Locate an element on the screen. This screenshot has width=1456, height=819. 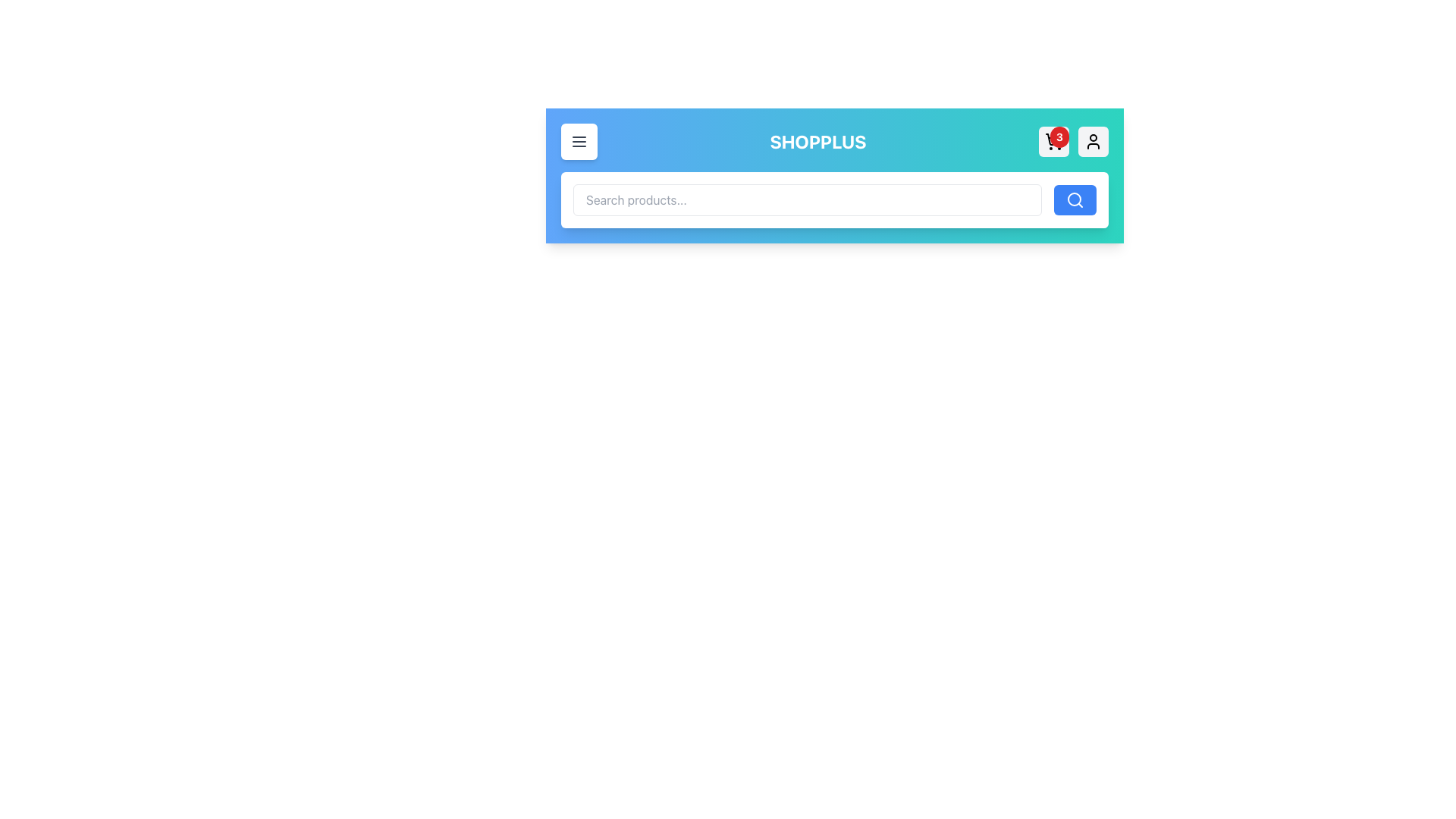
the search box located in the Navigation Bar at the top center of the application to input text is located at coordinates (833, 234).